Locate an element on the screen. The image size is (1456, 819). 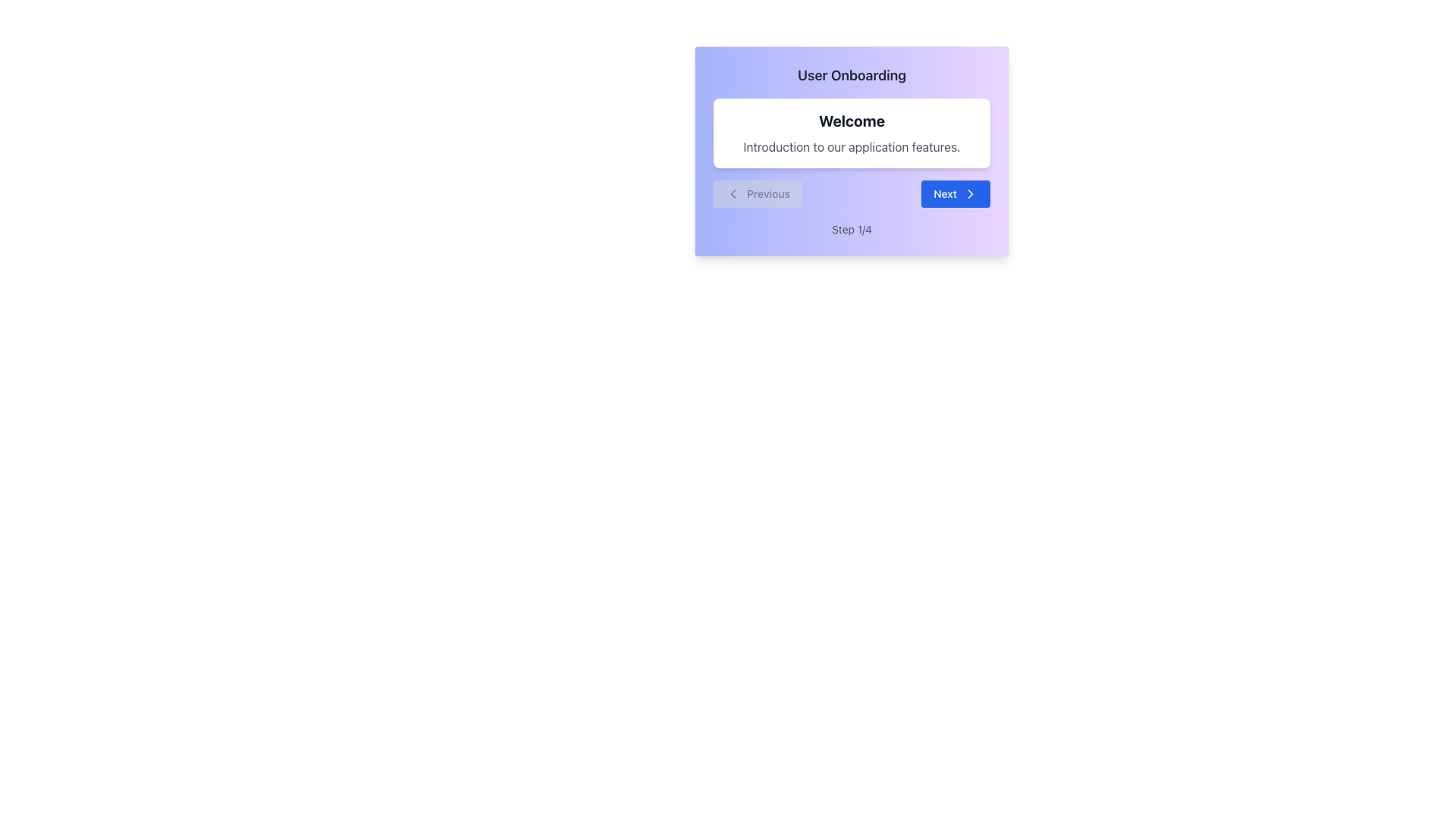
the leftward chevron icon inside the 'Previous' button is located at coordinates (733, 193).